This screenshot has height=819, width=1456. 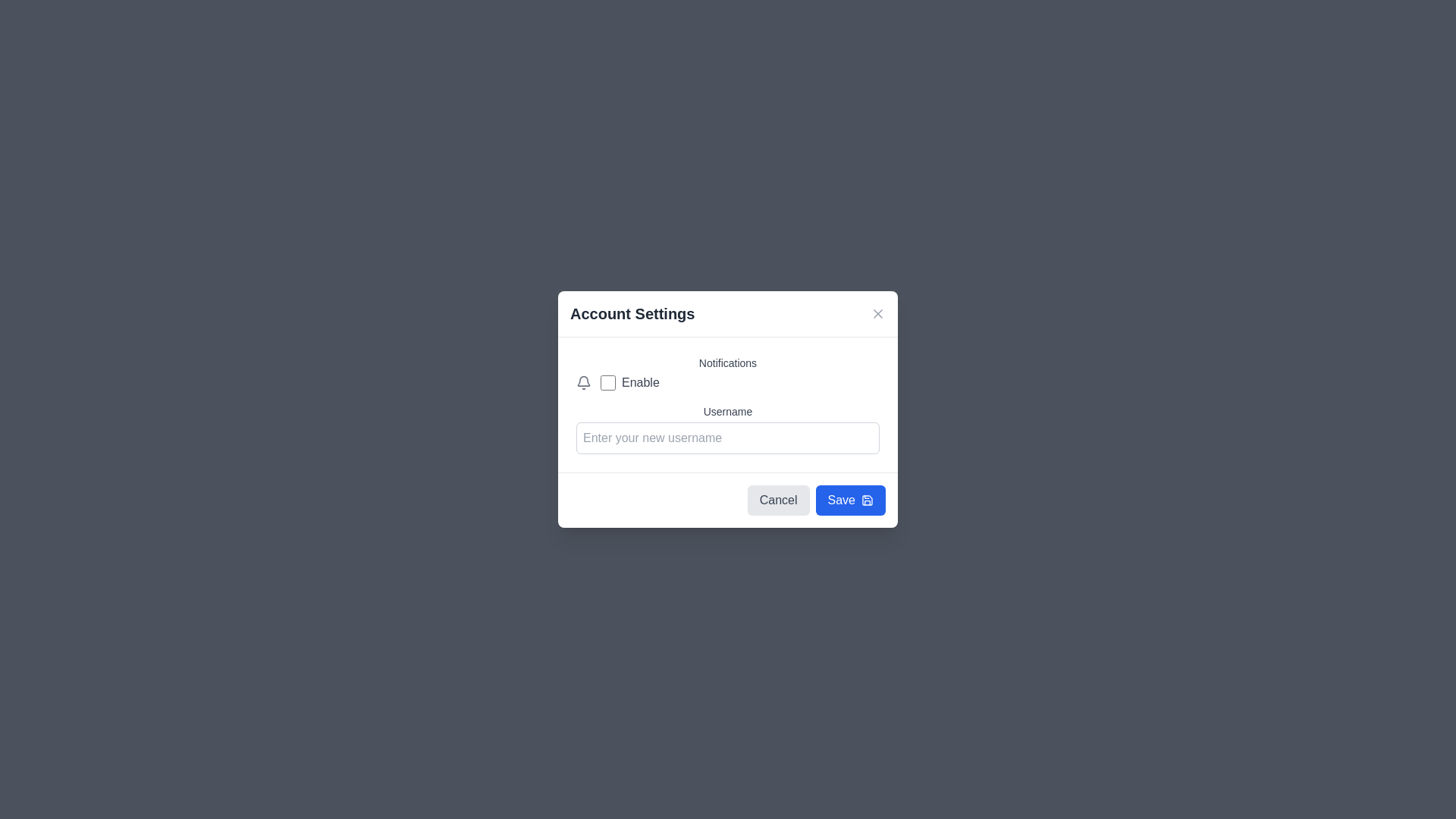 I want to click on the save icon, which is part of the button labeled 'Save' located at the bottom-right corner of the dialog, so click(x=867, y=500).